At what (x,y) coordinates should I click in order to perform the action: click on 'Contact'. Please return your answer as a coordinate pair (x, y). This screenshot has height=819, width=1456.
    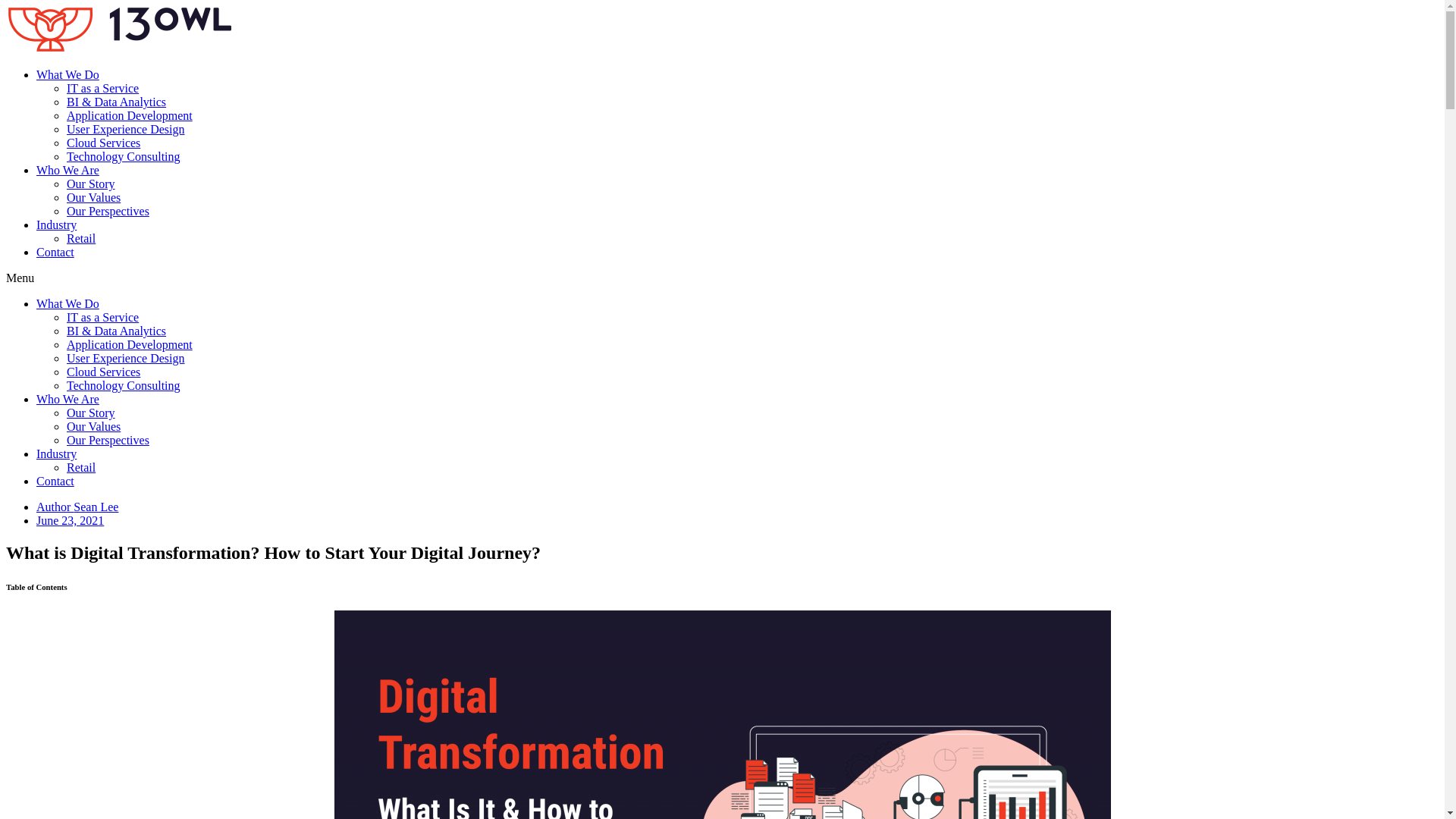
    Looking at the image, I should click on (36, 251).